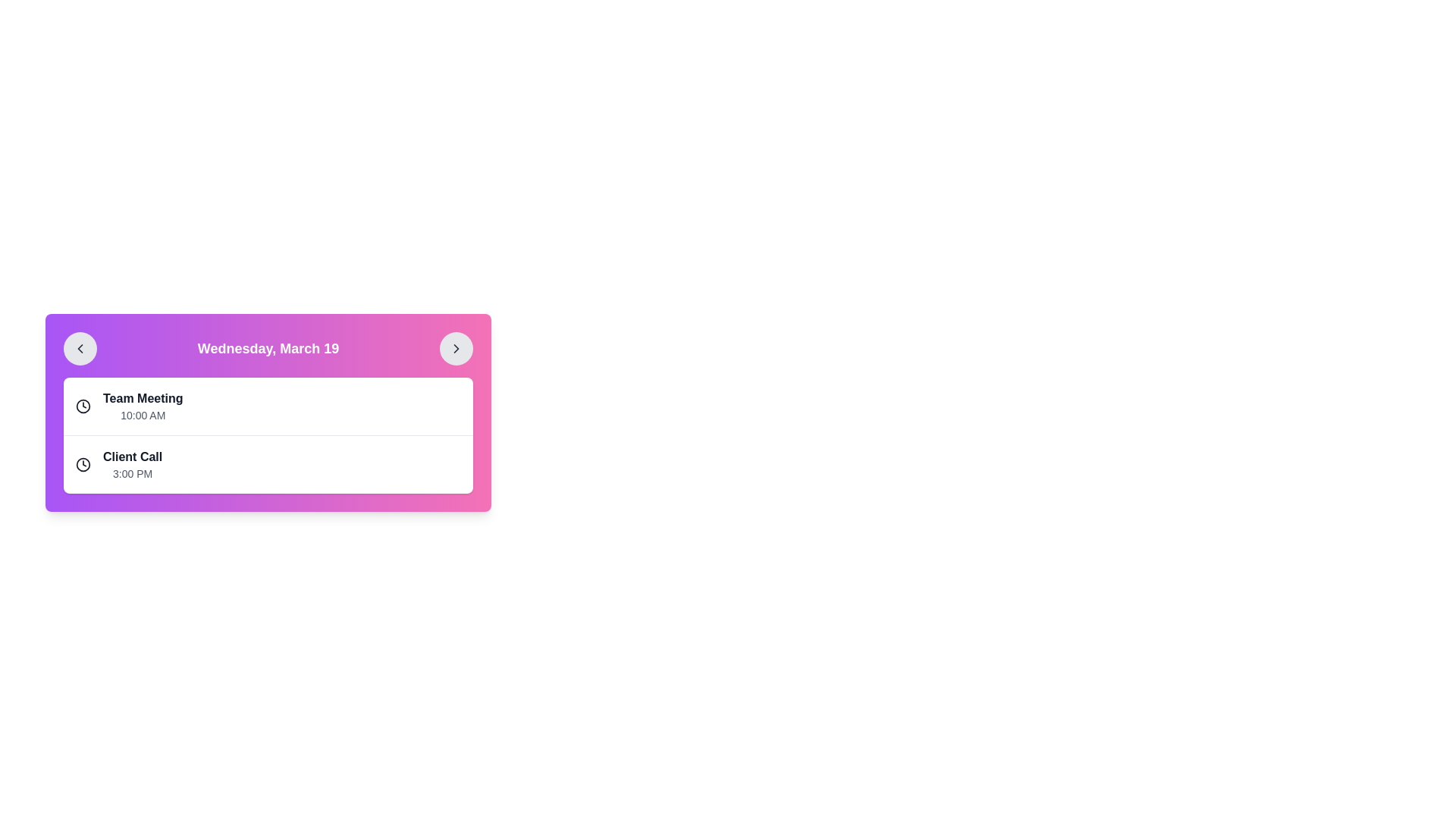  I want to click on displayed time '10:00 AM' from the text label located beneath the 'Team Meeting' event label, so click(143, 415).